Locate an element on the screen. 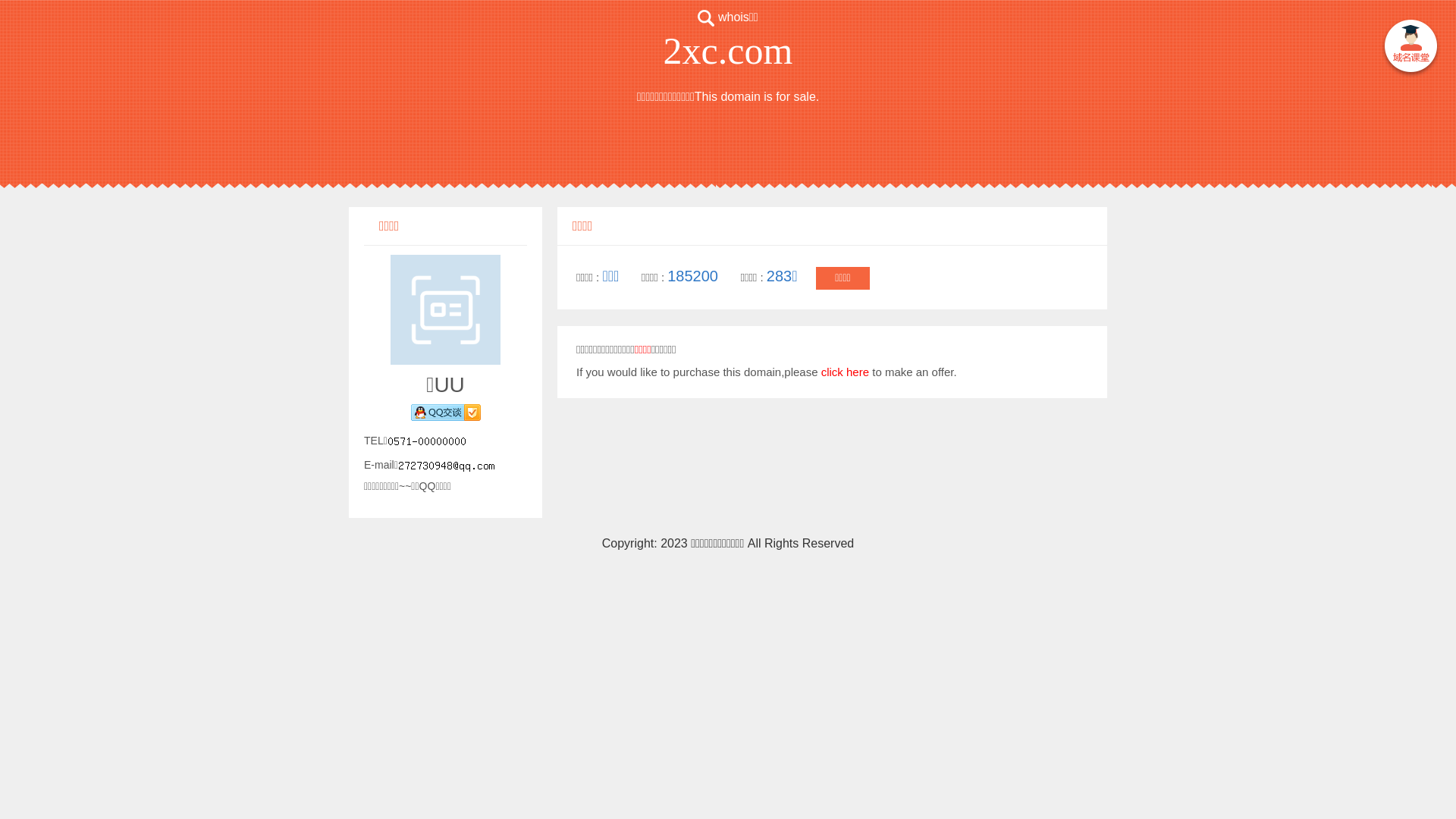 This screenshot has width=1456, height=819. 'click here' is located at coordinates (844, 372).